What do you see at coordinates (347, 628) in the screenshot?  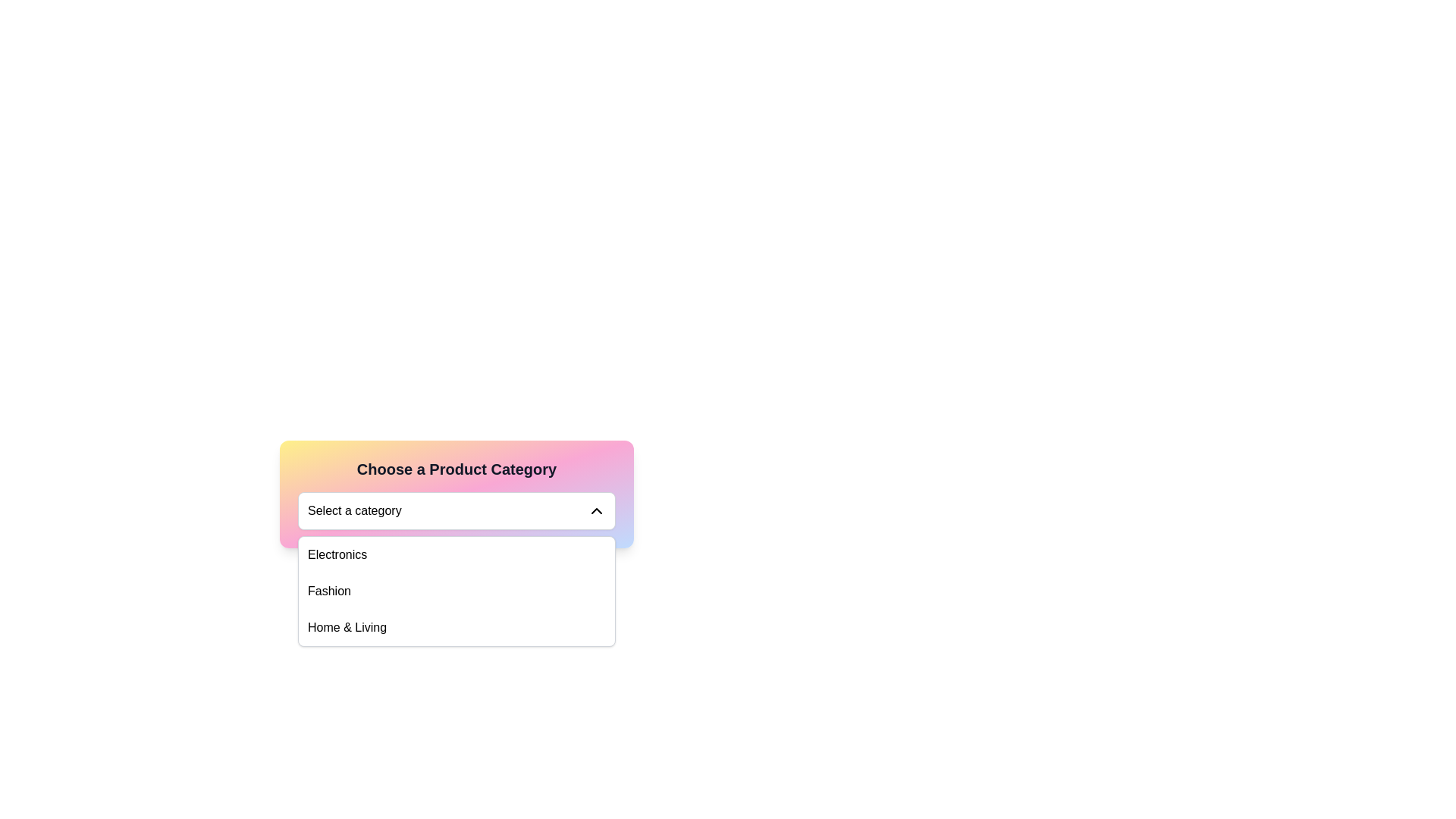 I see `the 'Home & Living' option in the dropdown menu located in the 'Choose a Product Category' section, which is the third item below 'Fashion'` at bounding box center [347, 628].